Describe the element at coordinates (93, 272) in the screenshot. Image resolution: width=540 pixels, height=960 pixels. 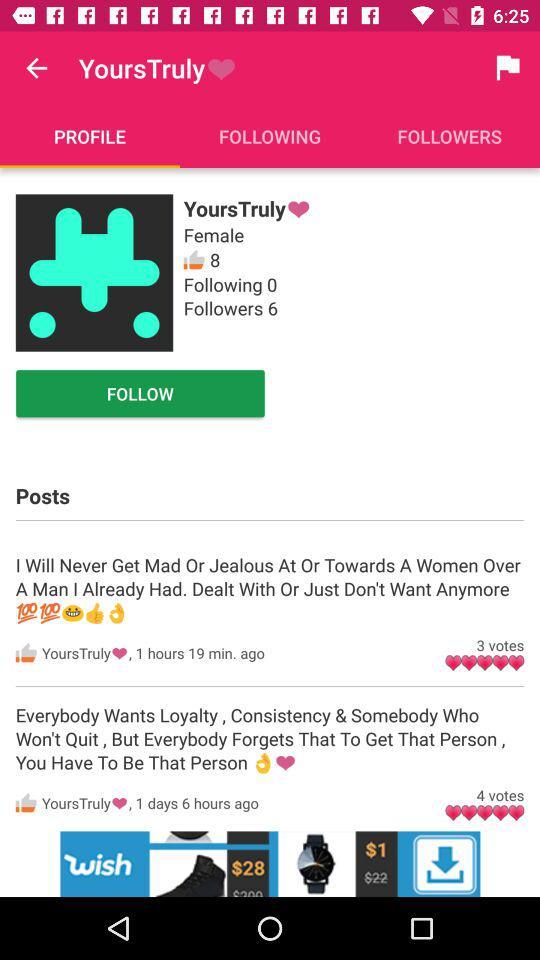
I see `profile image area` at that location.